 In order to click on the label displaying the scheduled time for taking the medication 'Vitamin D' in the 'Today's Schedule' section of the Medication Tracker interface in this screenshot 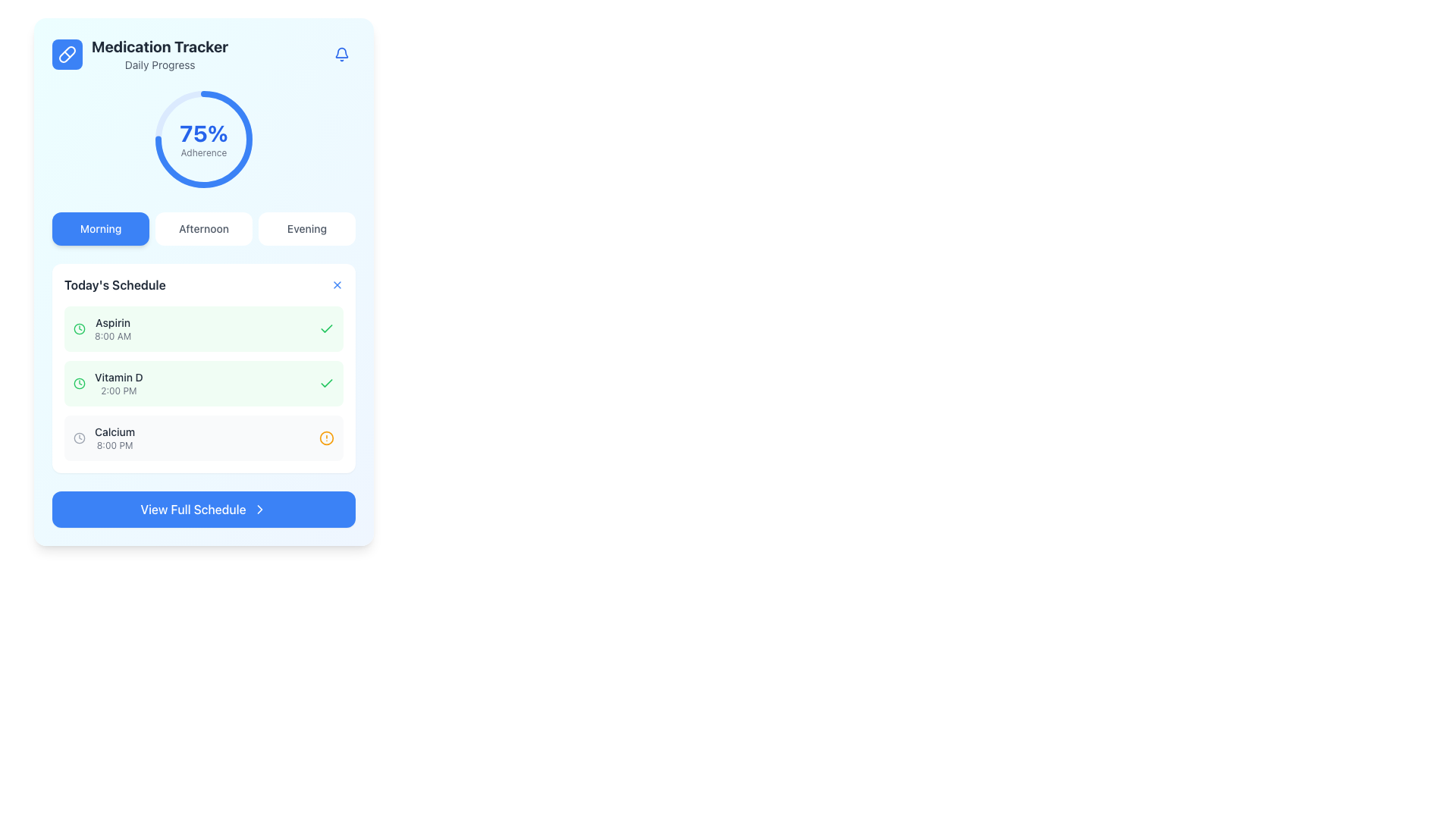, I will do `click(118, 391)`.